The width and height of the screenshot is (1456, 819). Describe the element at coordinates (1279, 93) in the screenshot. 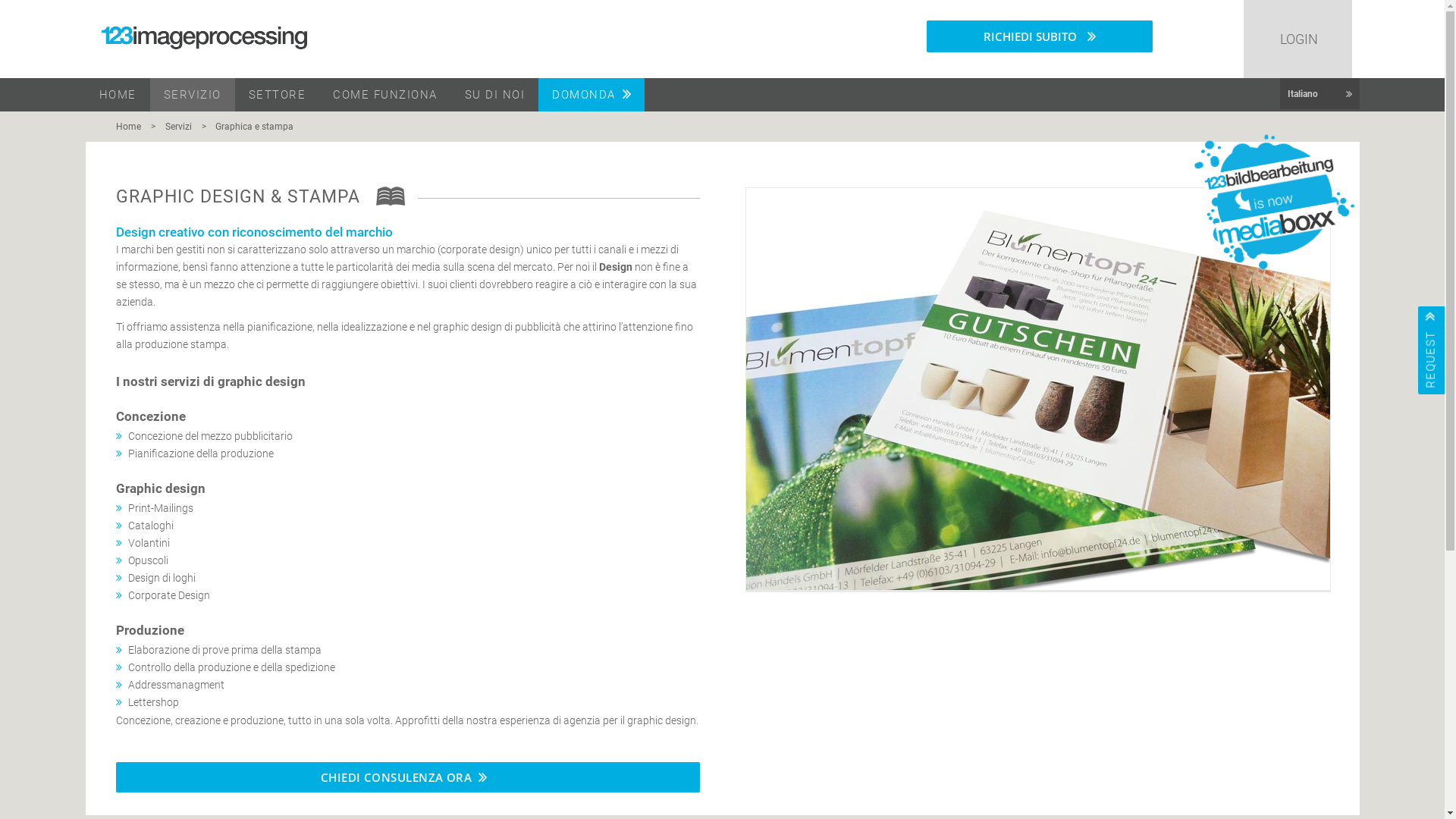

I see `'Italiano'` at that location.